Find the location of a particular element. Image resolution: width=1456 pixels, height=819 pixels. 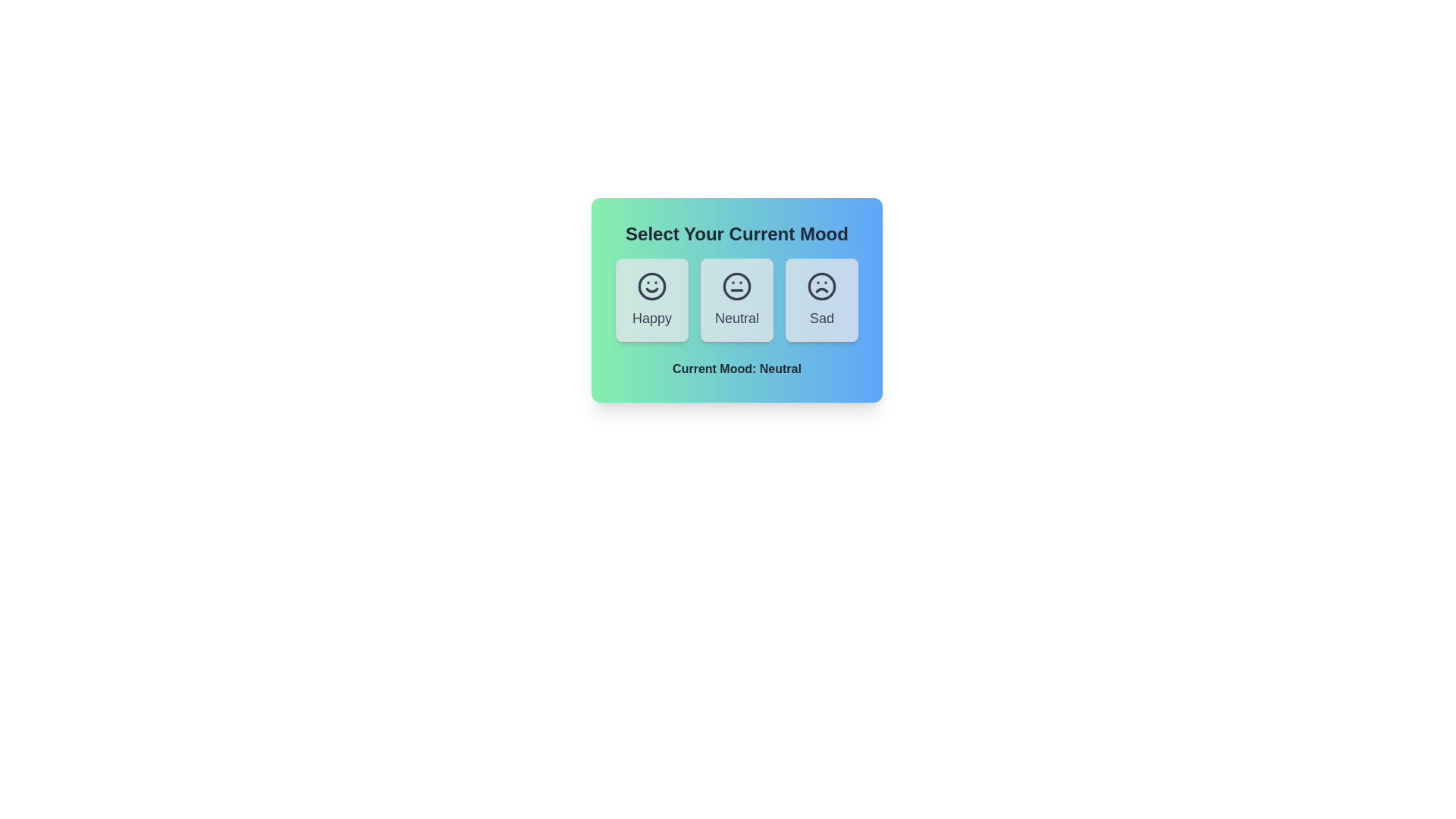

the mood button labeled Sad is located at coordinates (821, 300).